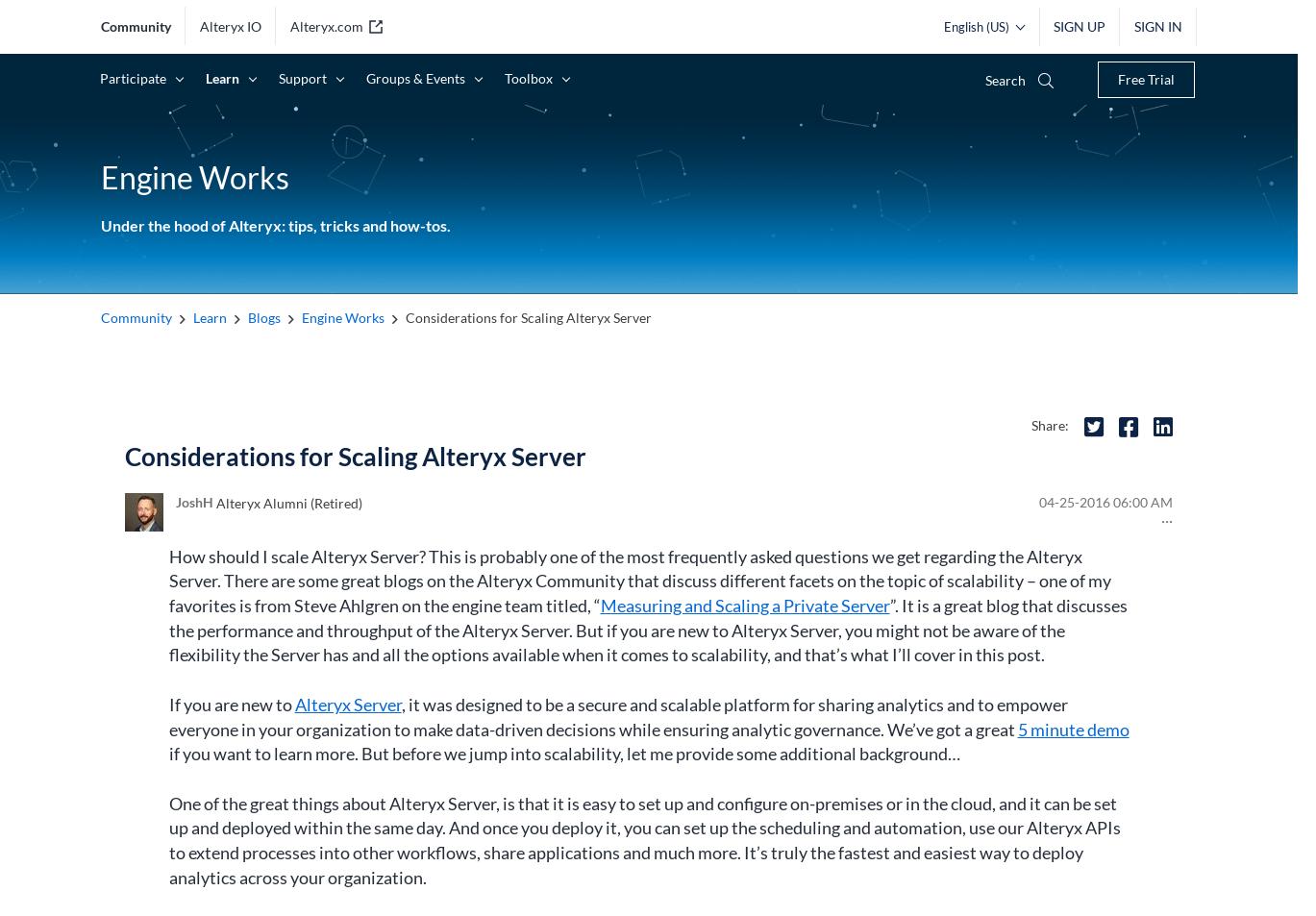 This screenshot has height=916, width=1316. I want to click on 'How should I scale Alteryx Server? This is probably one of the most frequently asked questions we get regarding the Alteryx Server. There are some great blogs on the Alteryx Community that discuss different facets on the topic of scalability – one of my favorites is from Steve Ahlgren on the engine team titled, “', so click(639, 581).